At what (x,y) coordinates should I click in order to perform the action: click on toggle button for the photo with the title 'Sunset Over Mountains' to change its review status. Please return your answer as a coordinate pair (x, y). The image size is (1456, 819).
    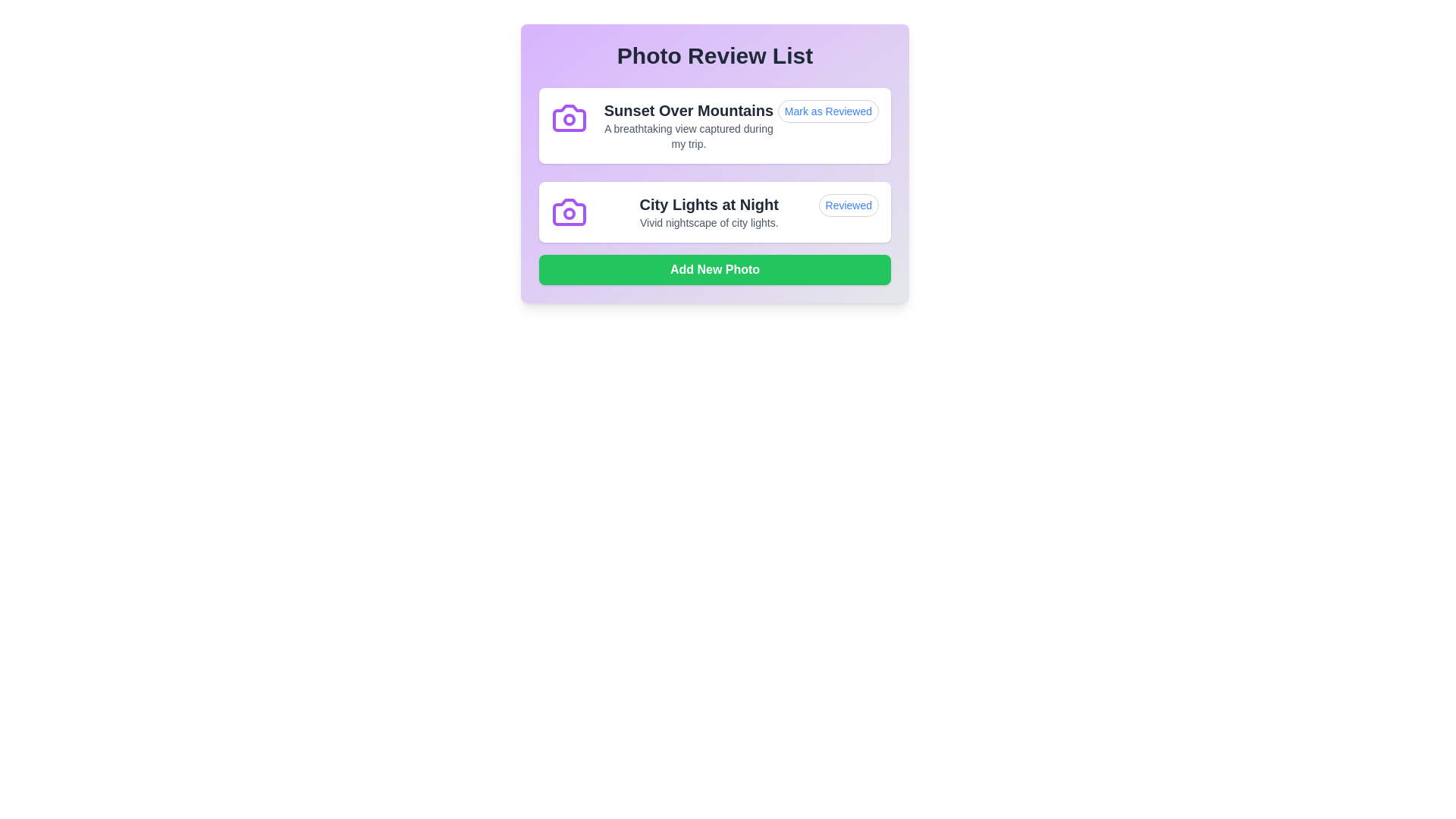
    Looking at the image, I should click on (827, 110).